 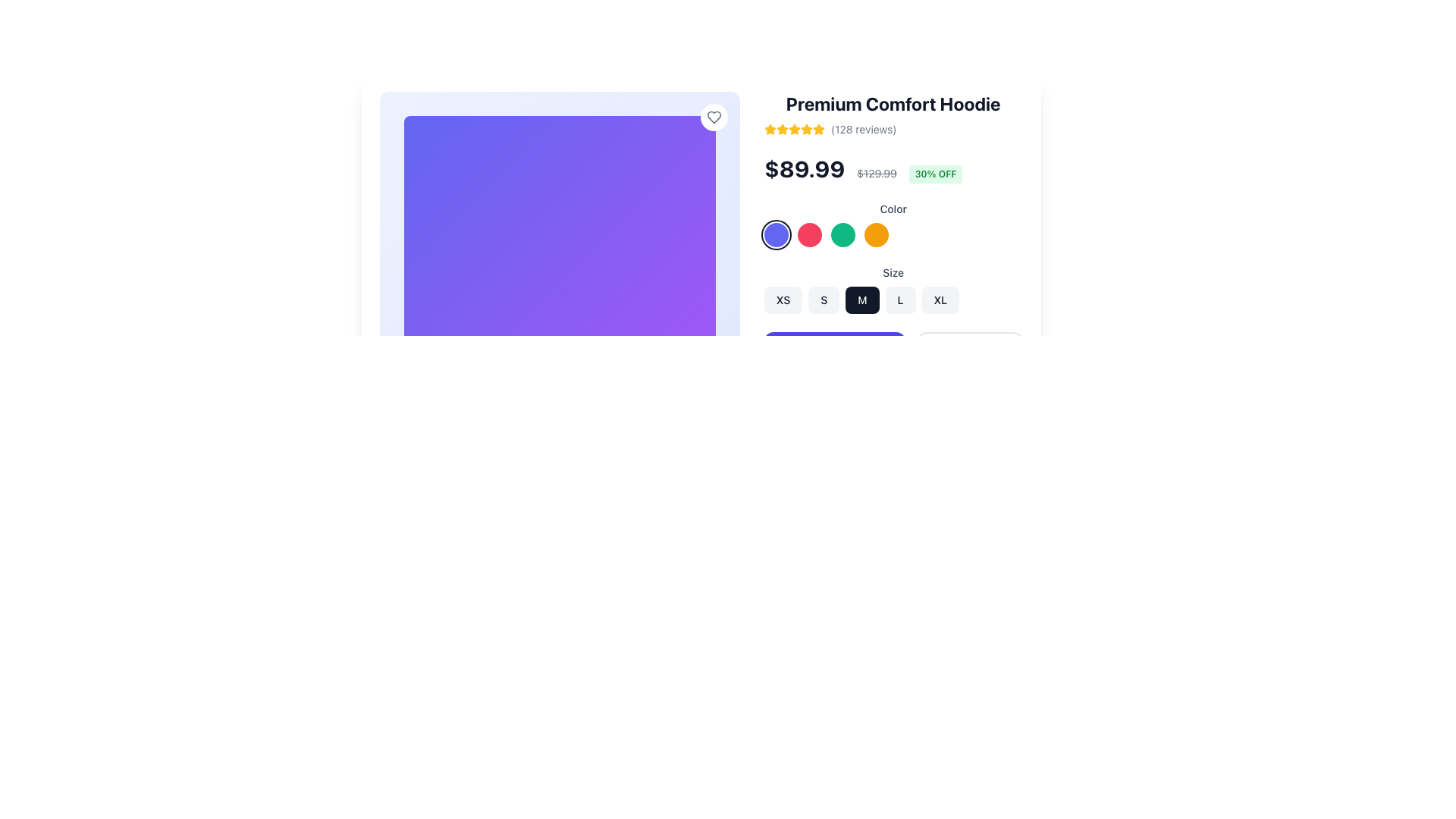 What do you see at coordinates (893, 300) in the screenshot?
I see `the size option button labeled 'L'` at bounding box center [893, 300].